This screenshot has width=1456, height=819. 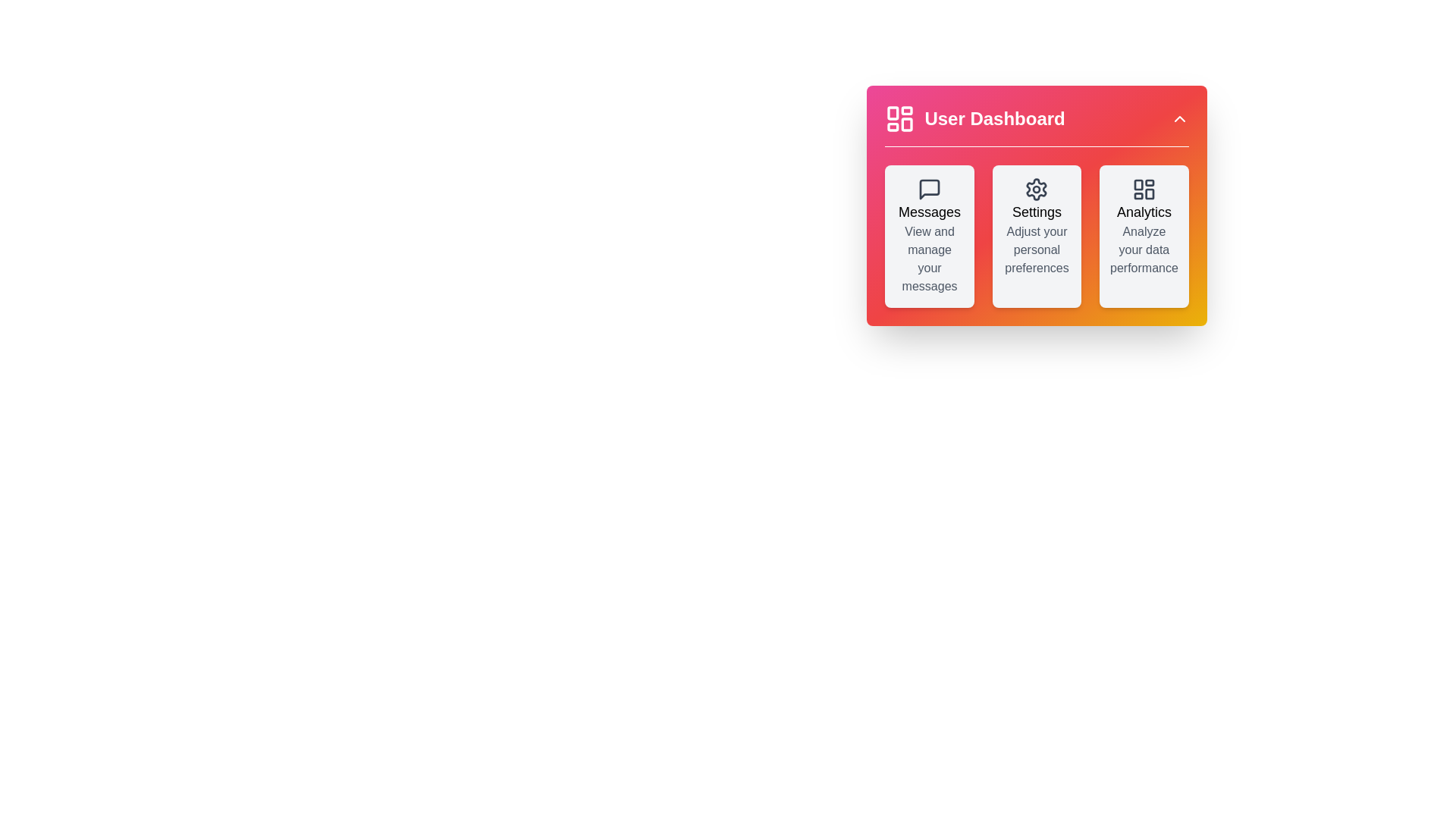 I want to click on the decorative icon representing the 'User Dashboard' section located at the top-left region of the dashboard interface, so click(x=900, y=118).